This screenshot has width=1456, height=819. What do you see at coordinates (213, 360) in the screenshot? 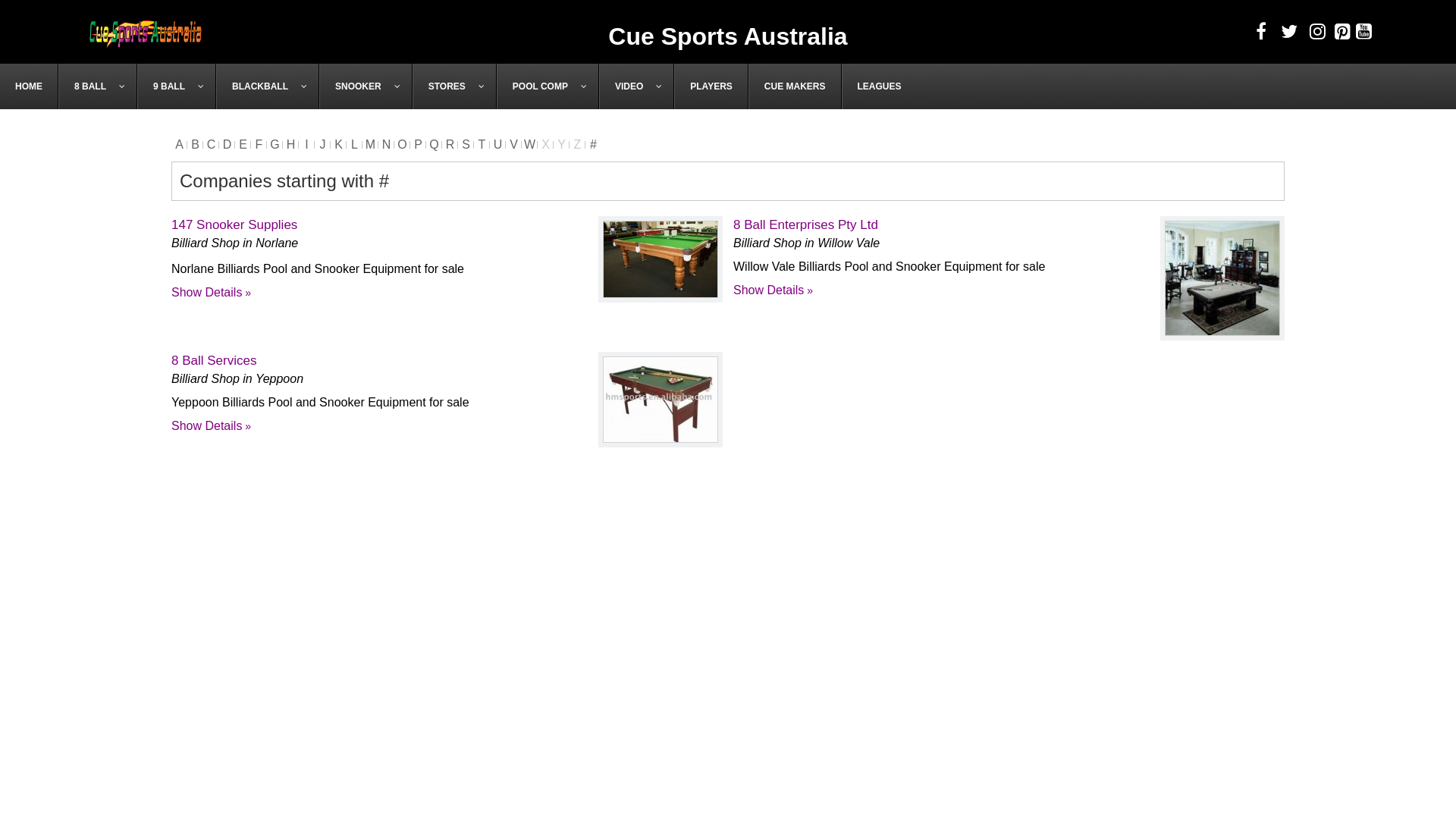
I see `'8 Ball Services'` at bounding box center [213, 360].